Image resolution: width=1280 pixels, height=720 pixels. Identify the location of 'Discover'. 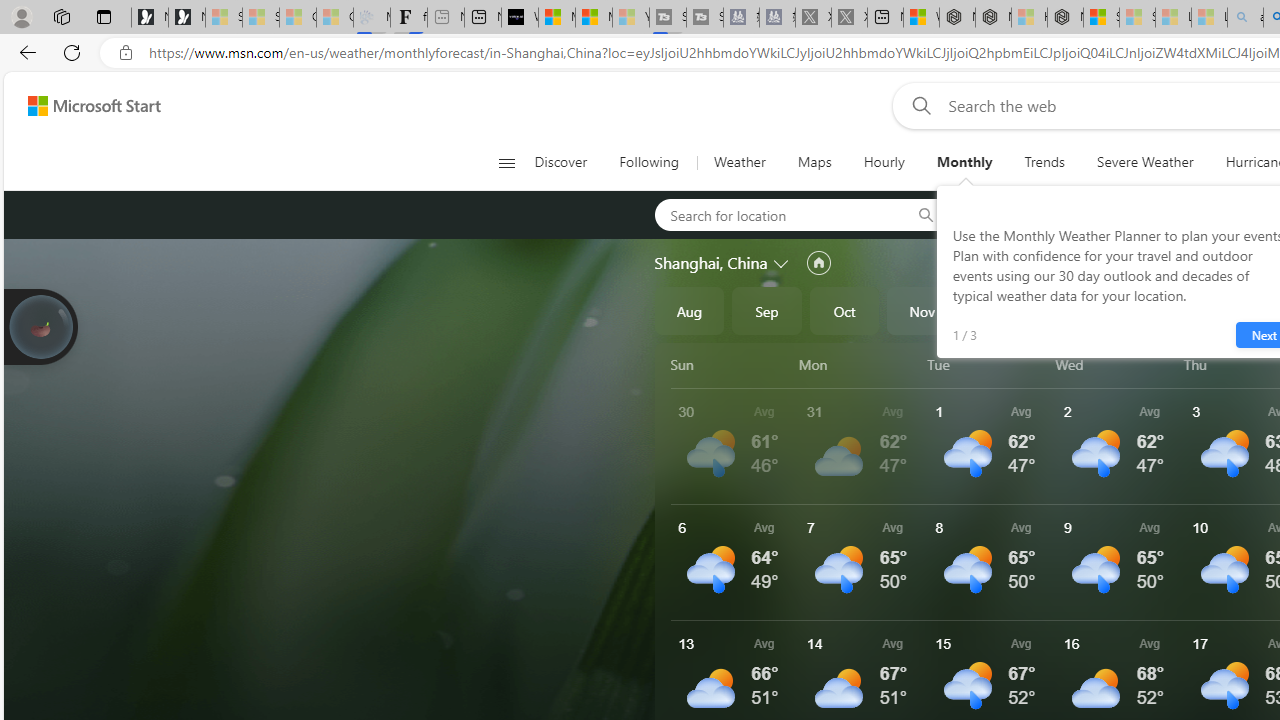
(567, 162).